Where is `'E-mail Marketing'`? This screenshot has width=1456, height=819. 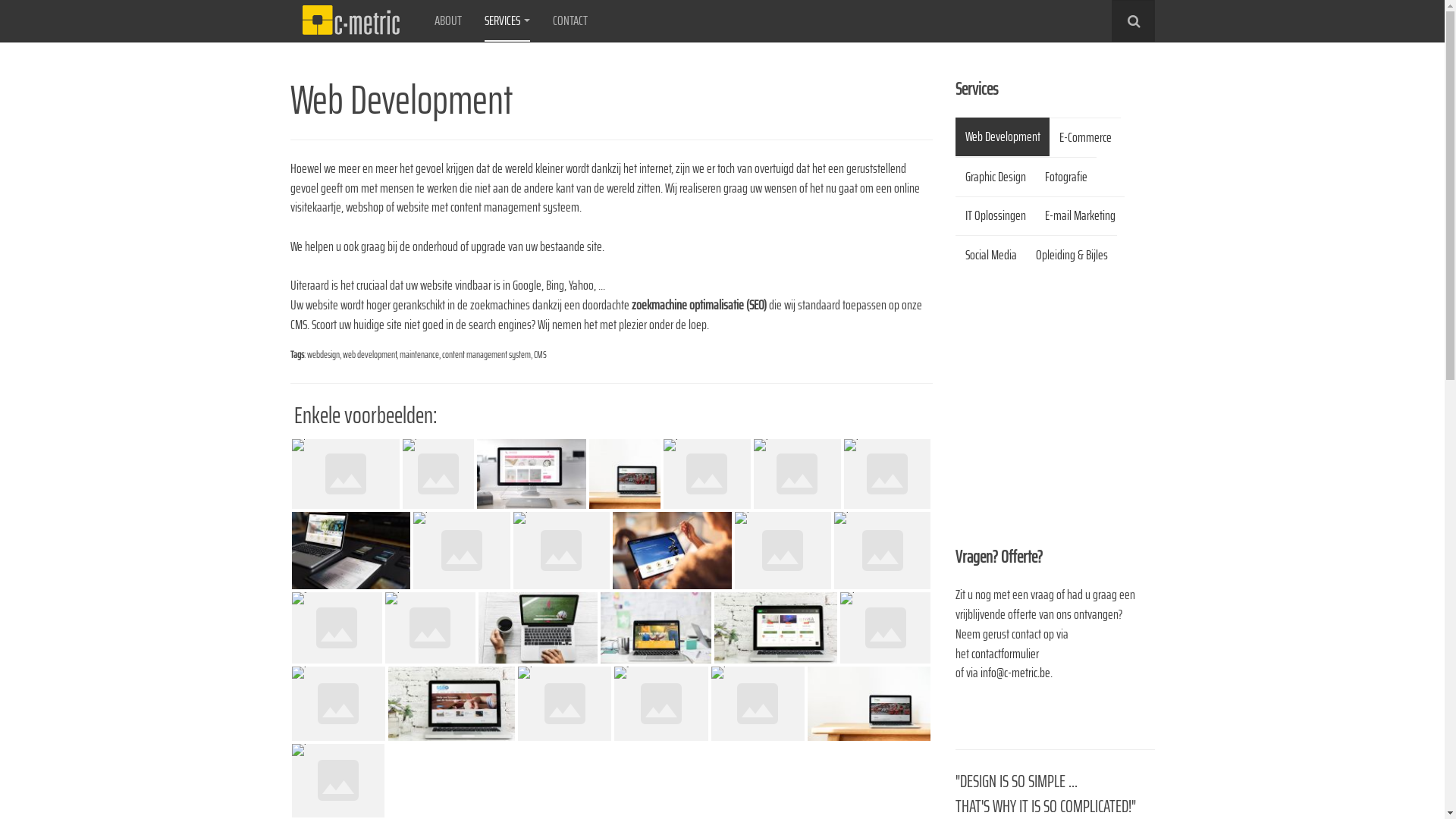 'E-mail Marketing' is located at coordinates (1034, 216).